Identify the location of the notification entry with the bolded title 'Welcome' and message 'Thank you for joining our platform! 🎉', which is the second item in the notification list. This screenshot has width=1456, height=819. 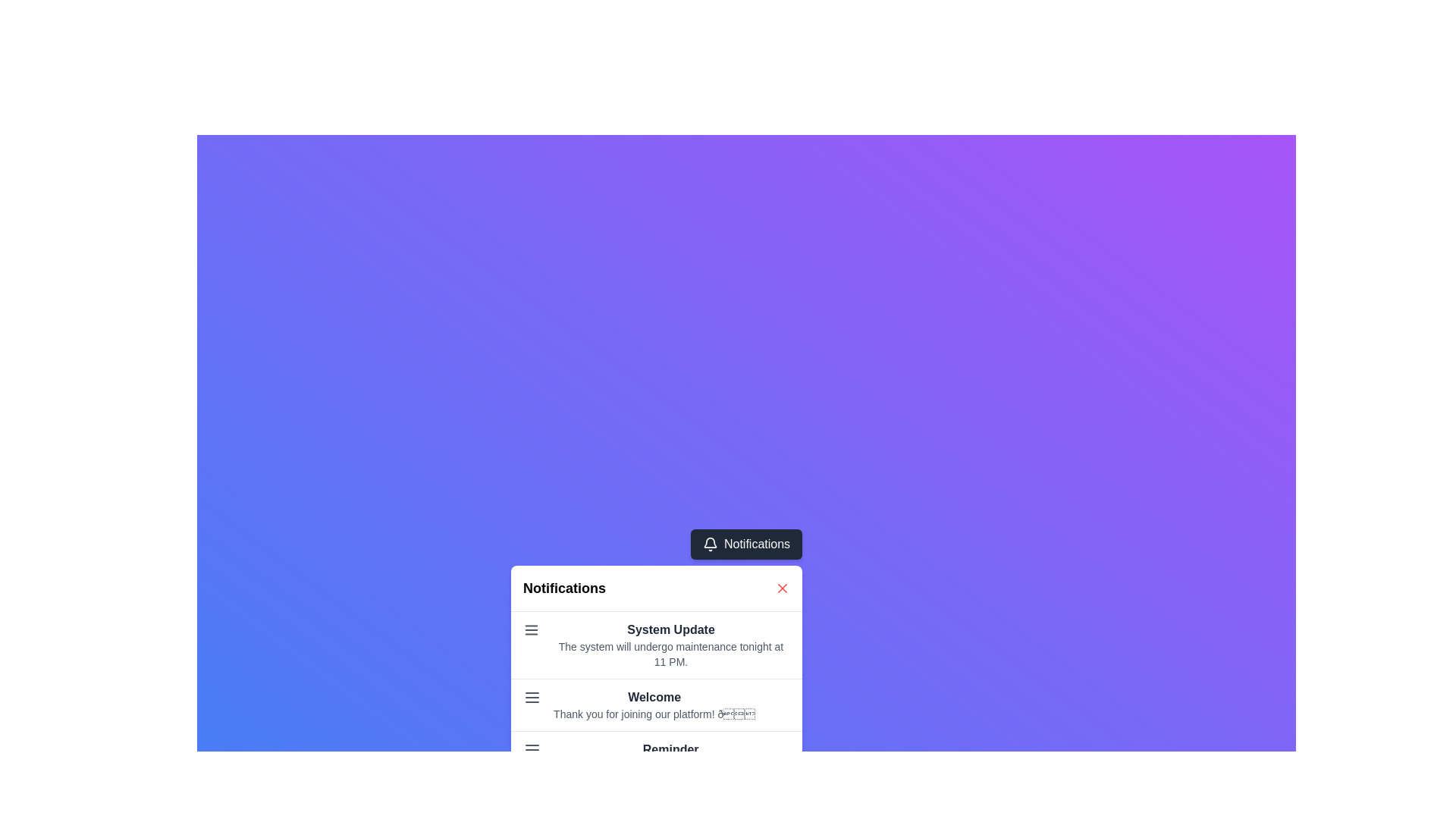
(657, 704).